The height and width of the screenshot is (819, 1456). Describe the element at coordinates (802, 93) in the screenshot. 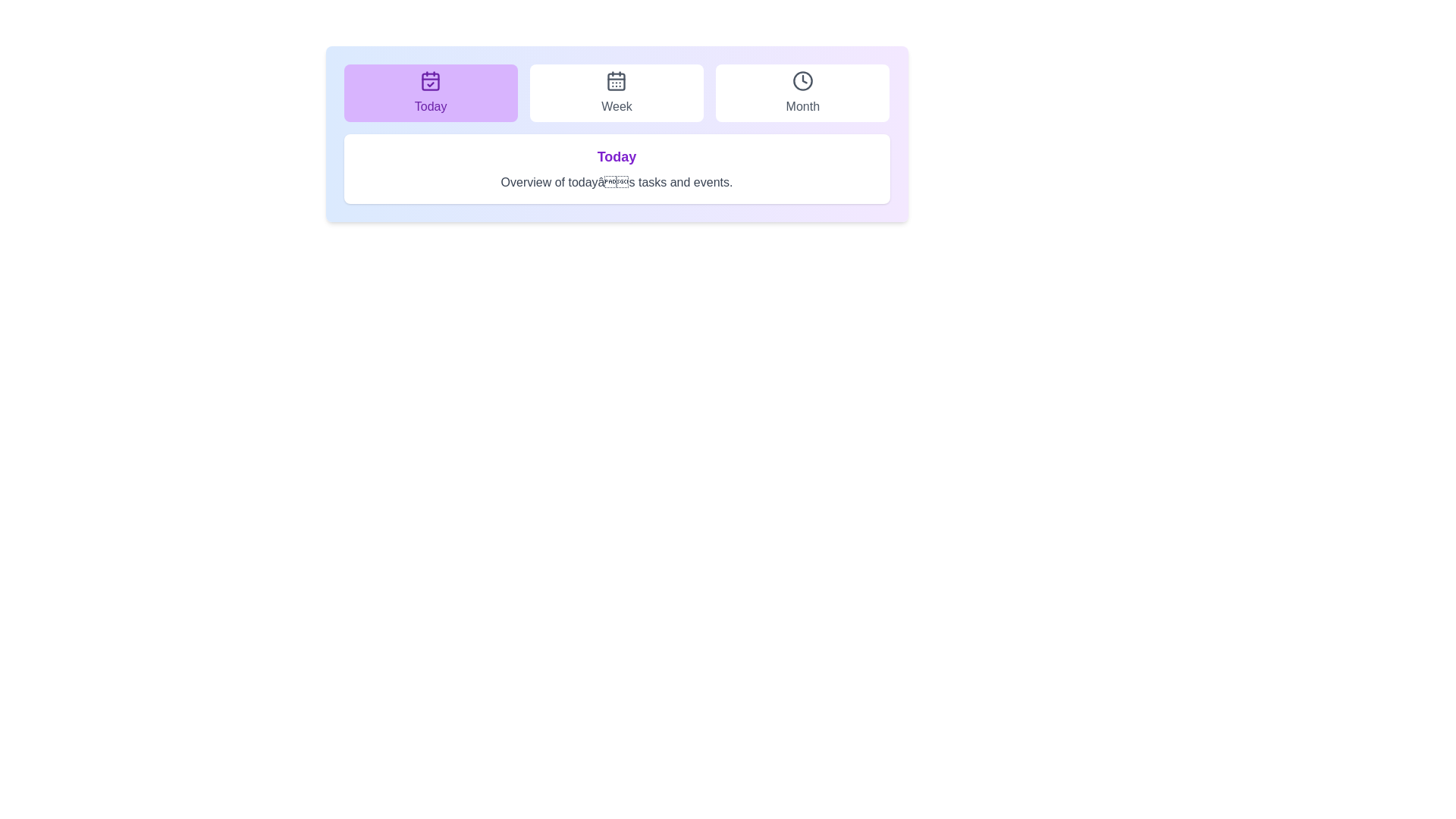

I see `the Month tab to view its hover effect` at that location.